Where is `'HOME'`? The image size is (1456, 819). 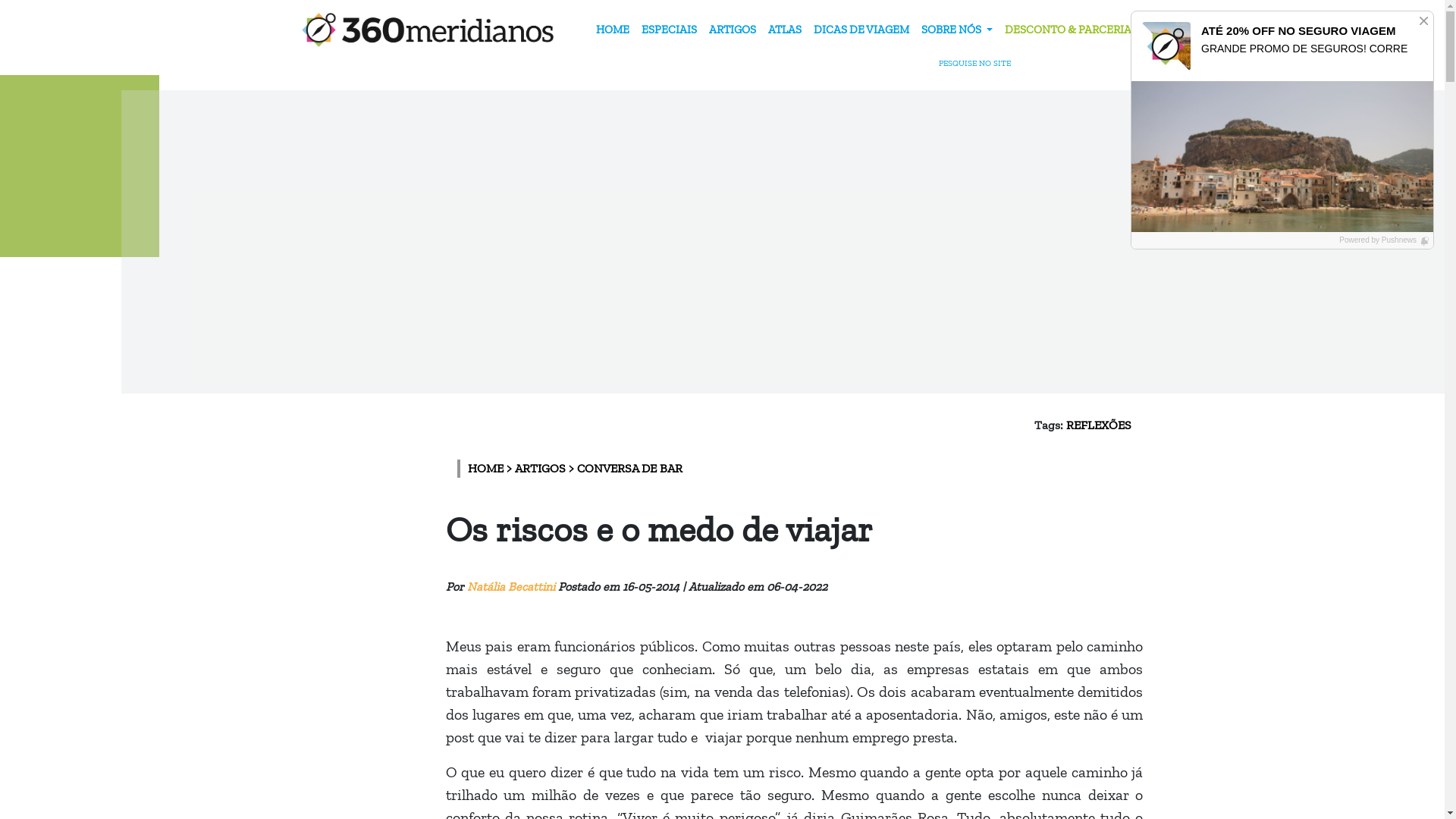 'HOME' is located at coordinates (612, 30).